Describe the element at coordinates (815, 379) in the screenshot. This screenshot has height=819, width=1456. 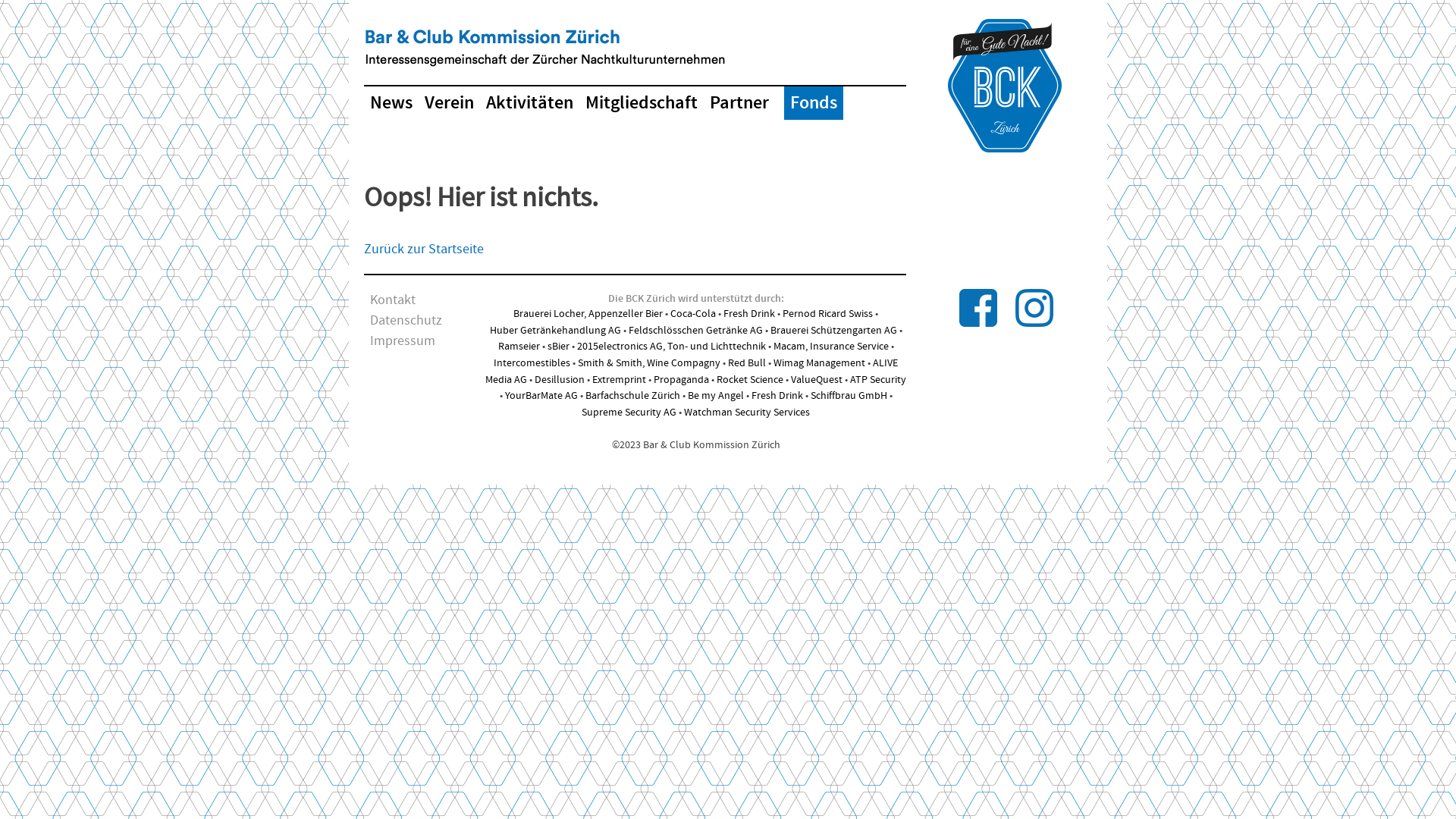
I see `'ValueQuest'` at that location.